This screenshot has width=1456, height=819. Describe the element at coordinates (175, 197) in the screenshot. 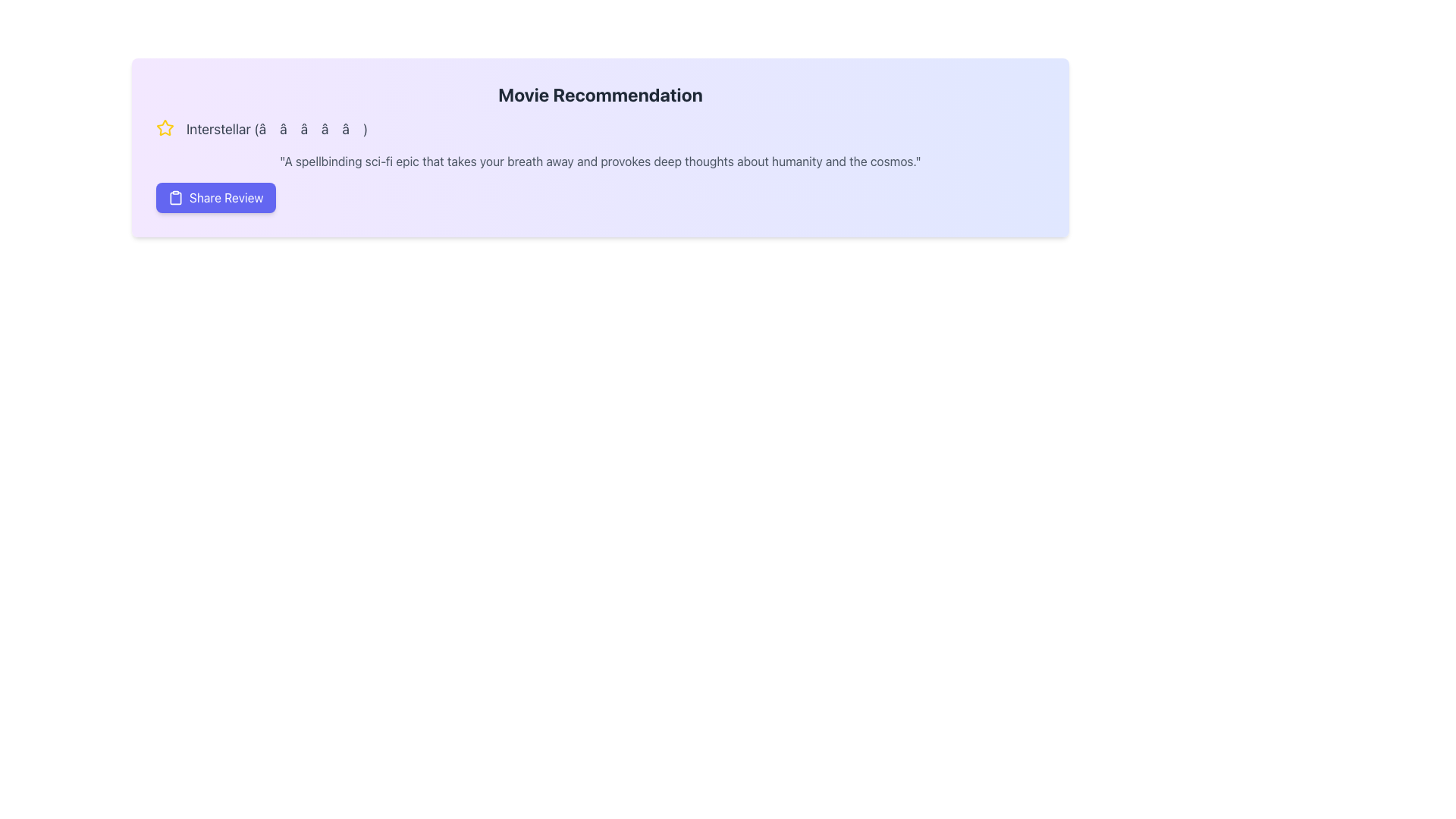

I see `the copy or clipboard icon located to the left of the 'Share Review' text on the blue button in the bottom left quadrant of the card` at that location.